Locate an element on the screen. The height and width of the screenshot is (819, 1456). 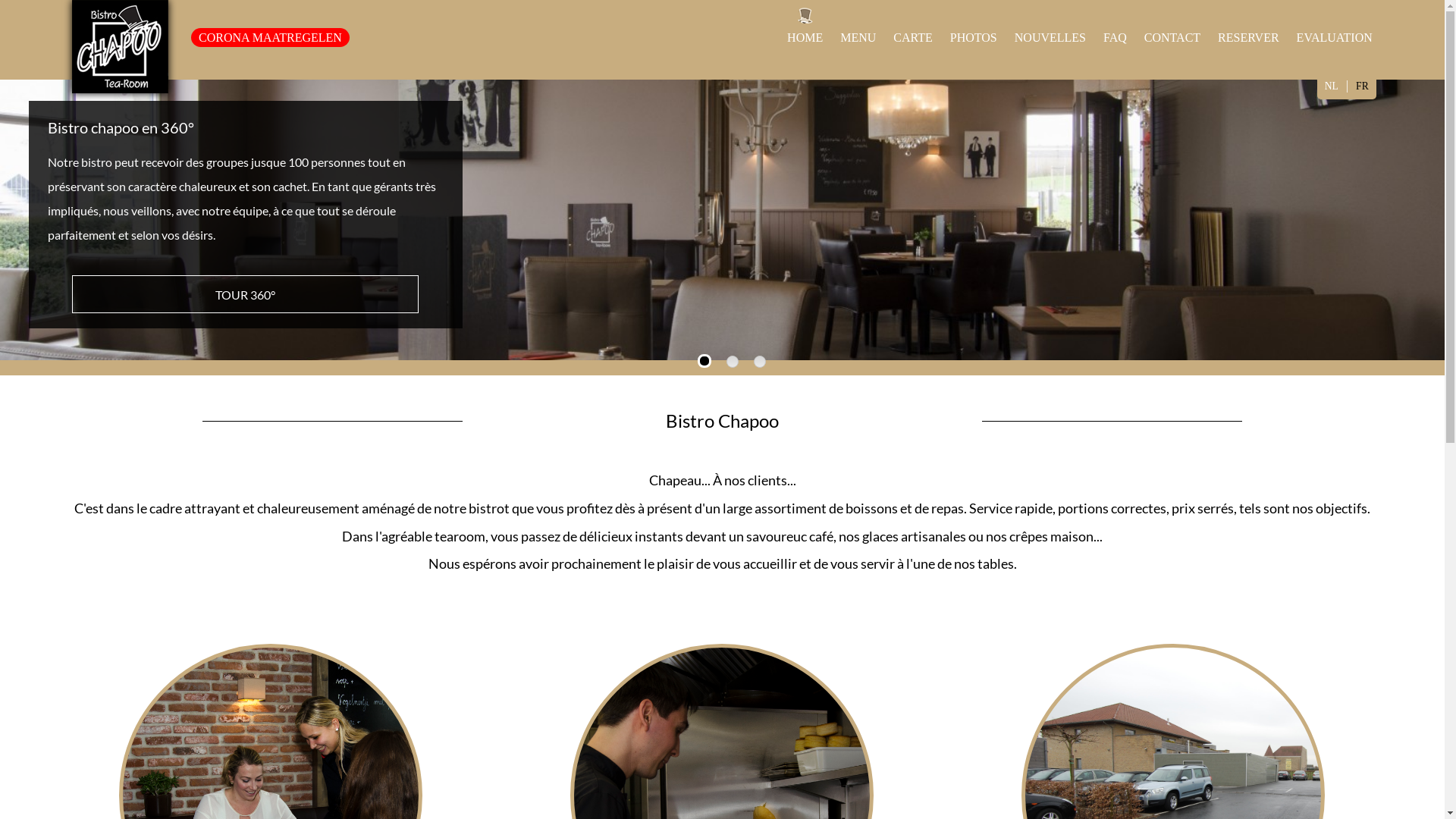
'CORONA MAATREGELEN' is located at coordinates (270, 36).